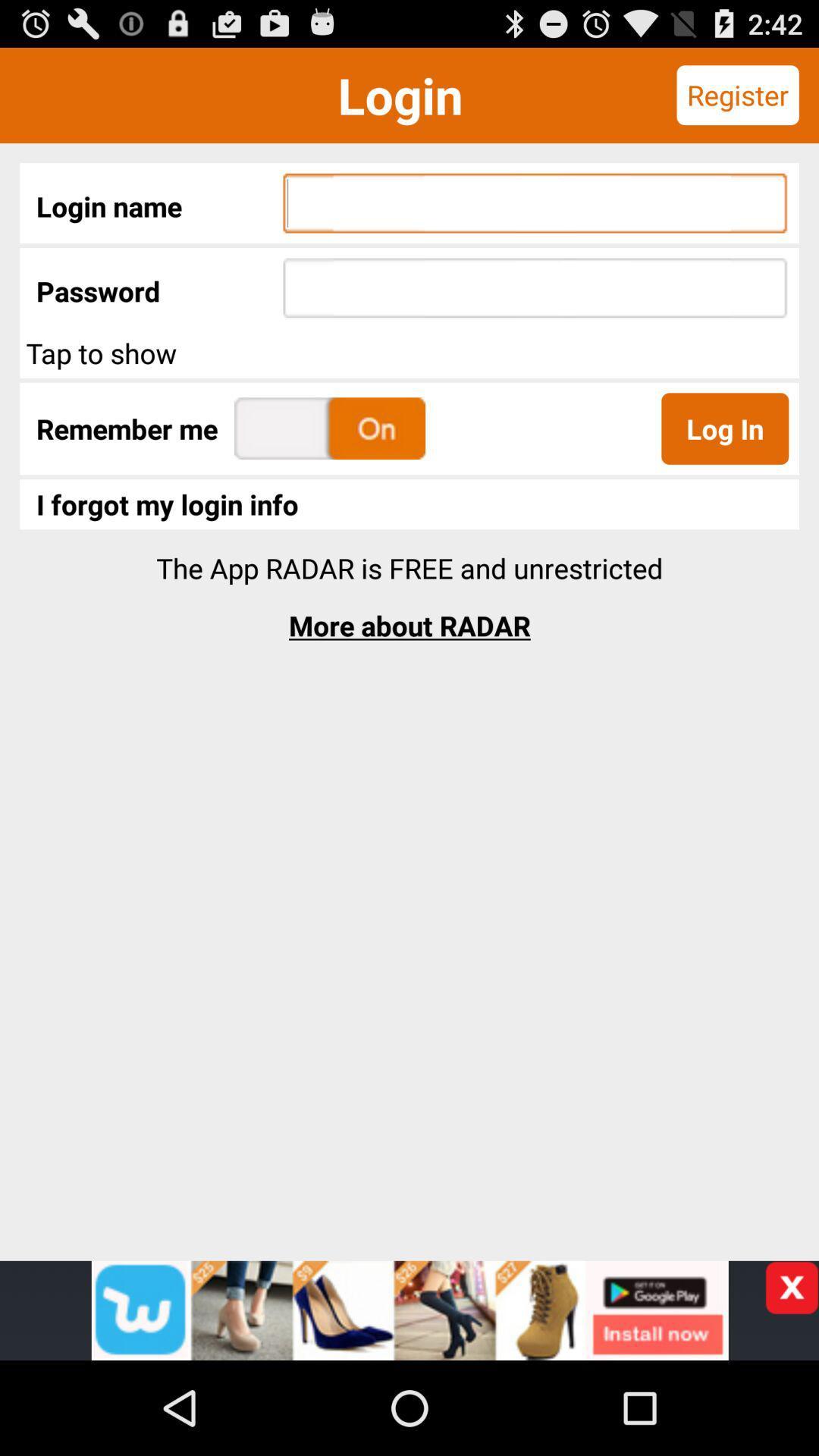  I want to click on the first text field on the web page, so click(535, 202).